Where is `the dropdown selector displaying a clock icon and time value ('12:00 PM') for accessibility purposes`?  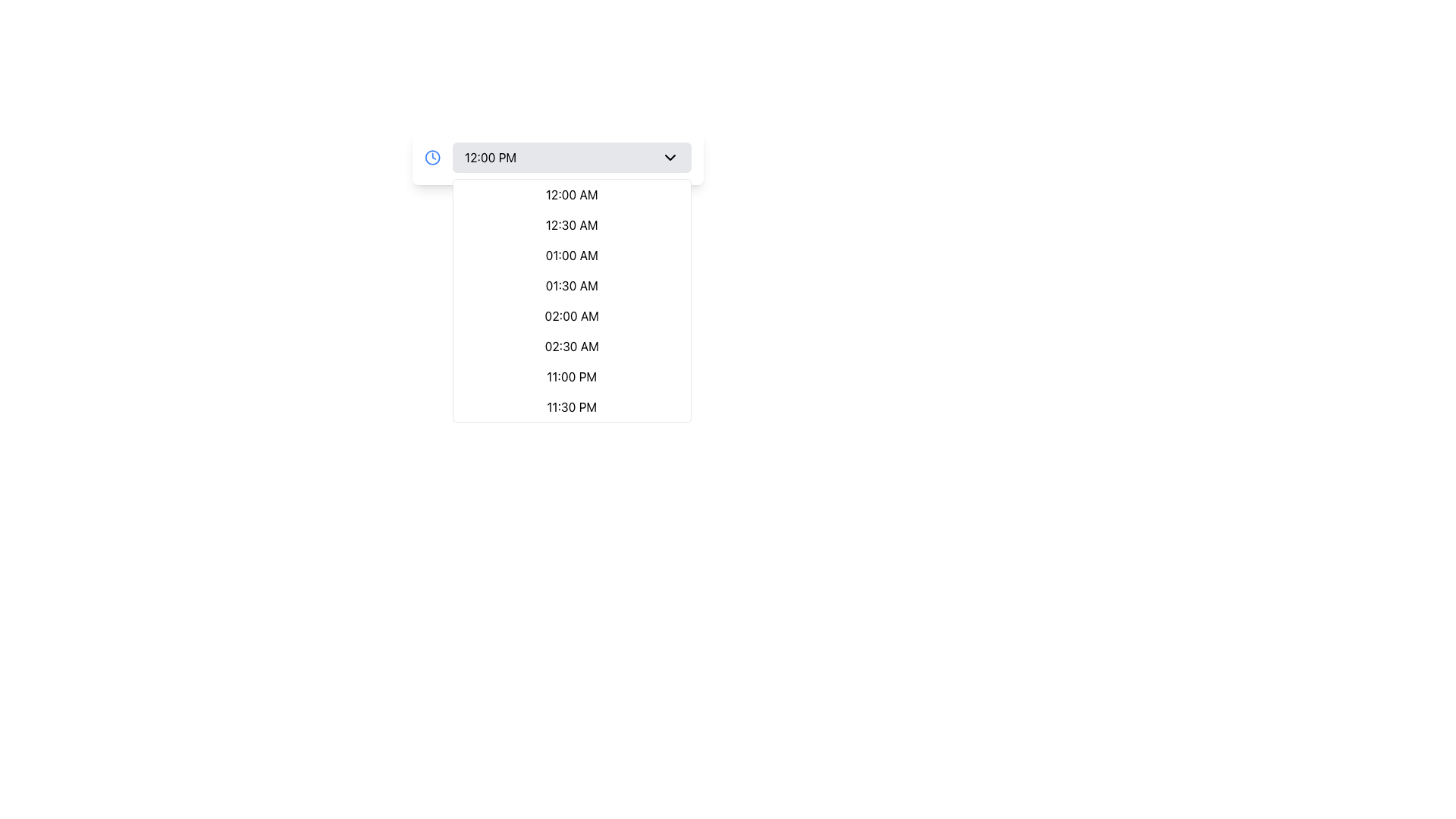 the dropdown selector displaying a clock icon and time value ('12:00 PM') for accessibility purposes is located at coordinates (557, 158).